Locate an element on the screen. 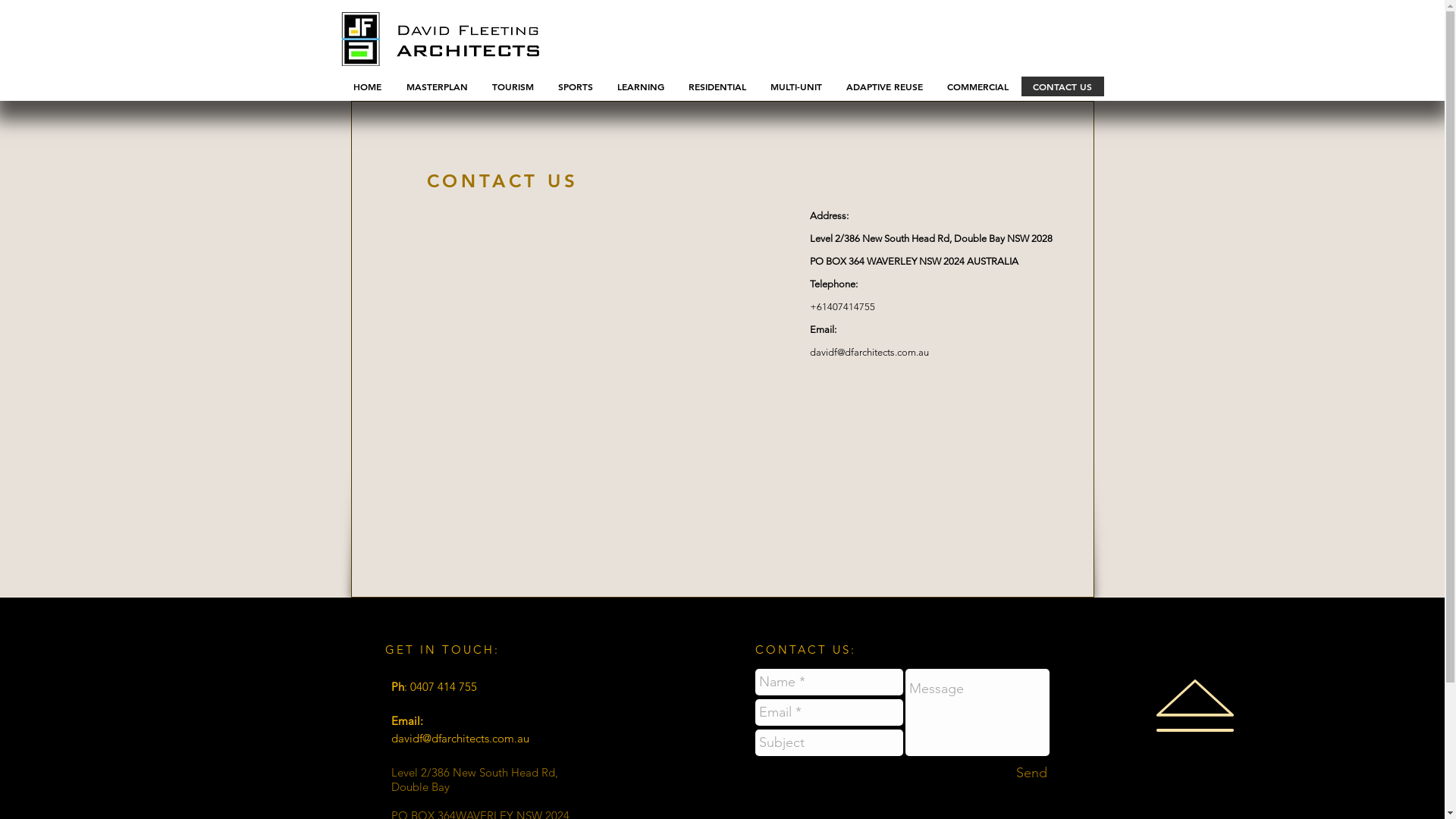  'ADAPTIVE REUSE' is located at coordinates (884, 86).